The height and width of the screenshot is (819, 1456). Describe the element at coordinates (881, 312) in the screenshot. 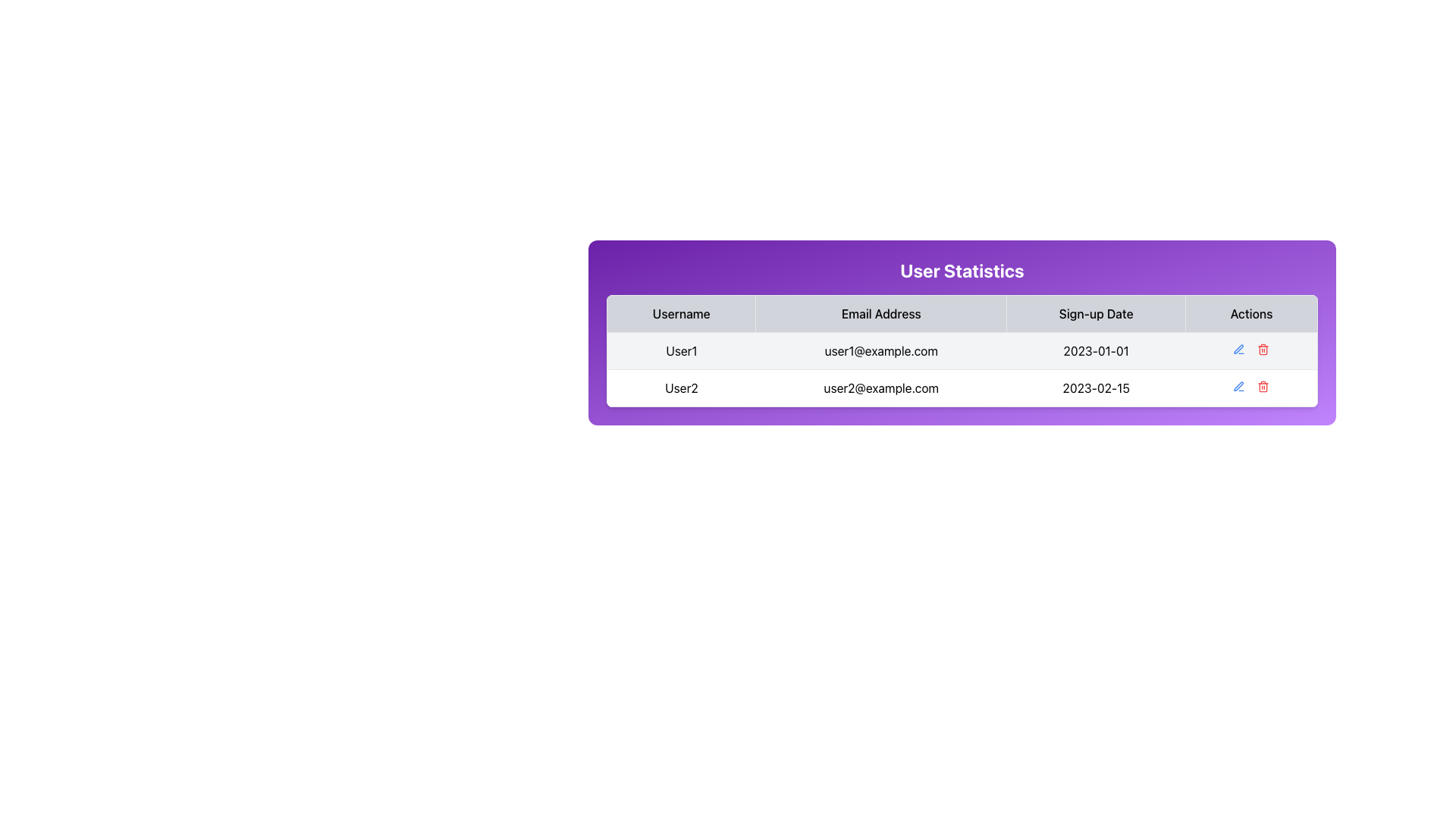

I see `the 'Email Address' column header cell in the User Statistics table, which is located between 'Username' and 'Sign-up Date'` at that location.